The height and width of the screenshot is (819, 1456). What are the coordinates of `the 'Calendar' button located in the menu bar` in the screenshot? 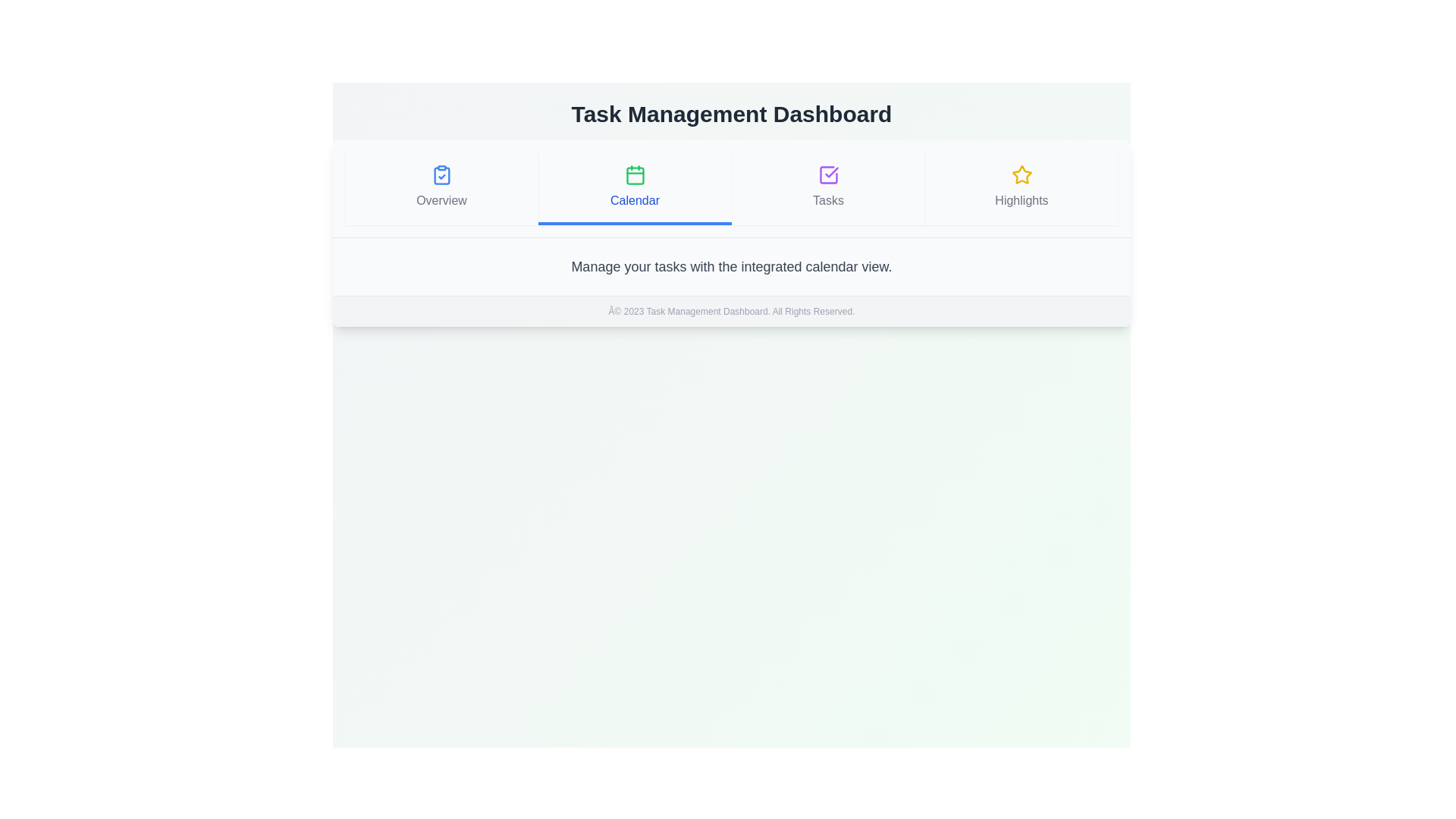 It's located at (635, 188).